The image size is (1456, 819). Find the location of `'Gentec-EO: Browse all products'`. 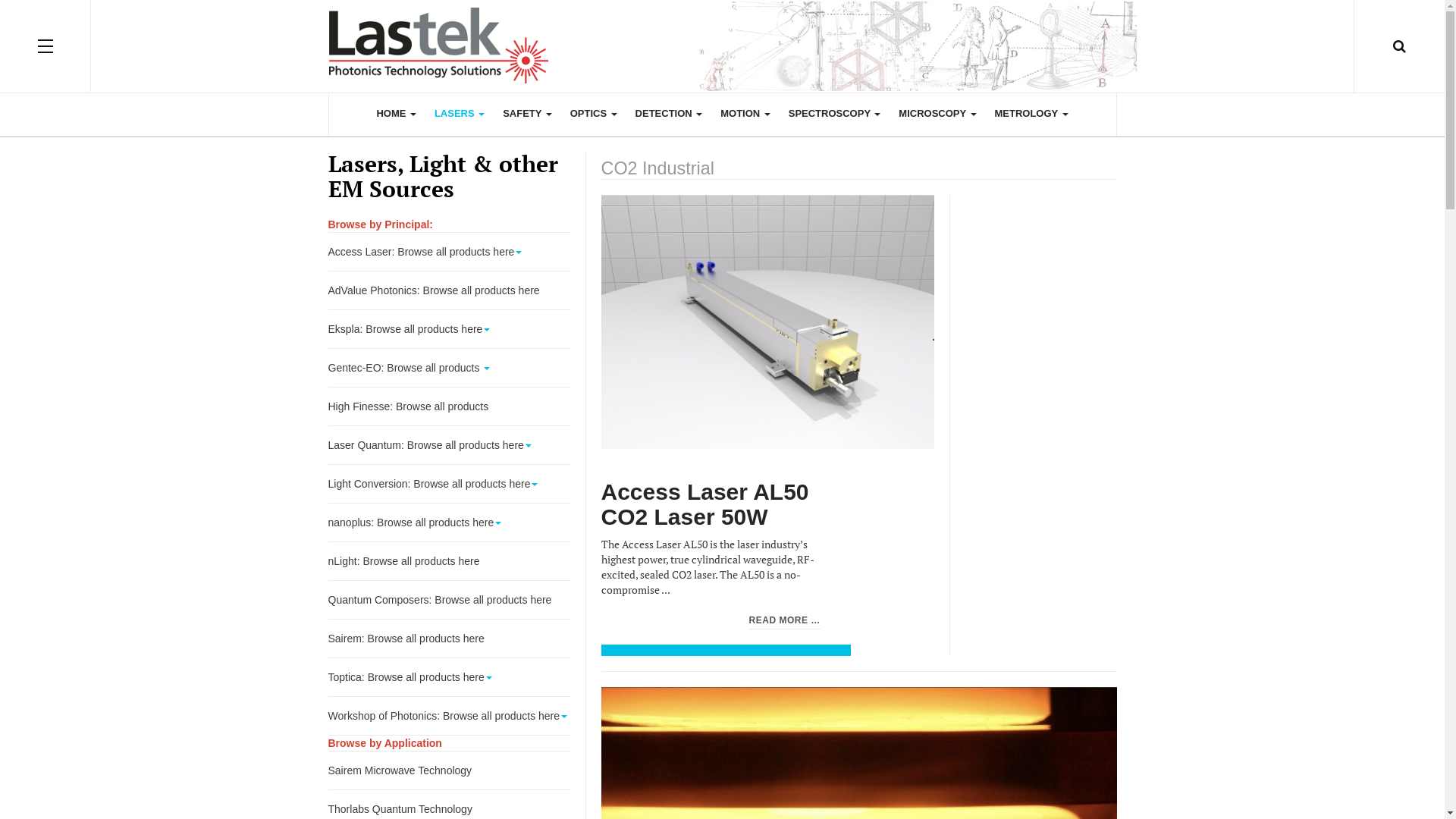

'Gentec-EO: Browse all products' is located at coordinates (447, 368).